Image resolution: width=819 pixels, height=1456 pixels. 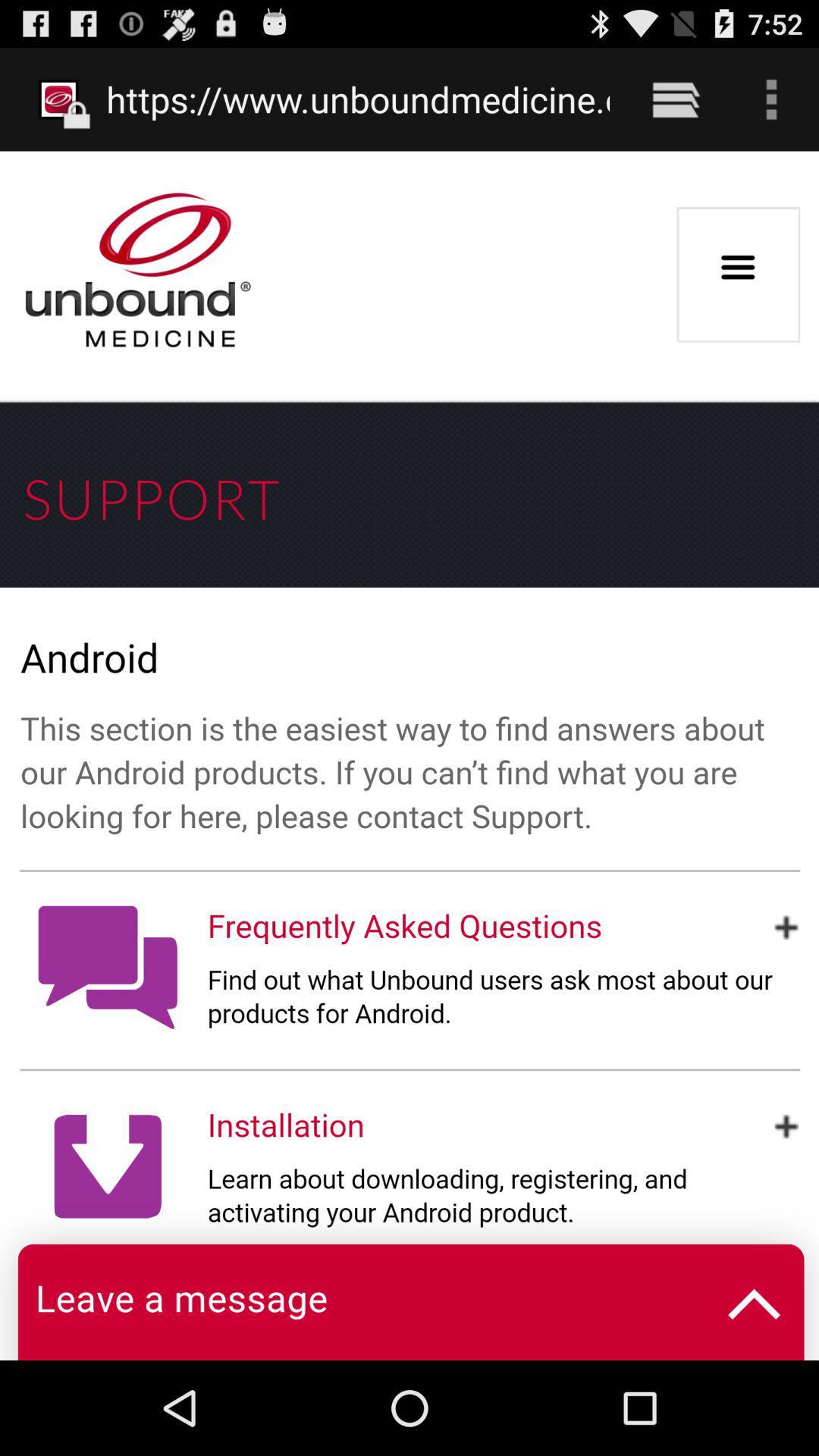 I want to click on the https www unboundmedicine item, so click(x=358, y=99).